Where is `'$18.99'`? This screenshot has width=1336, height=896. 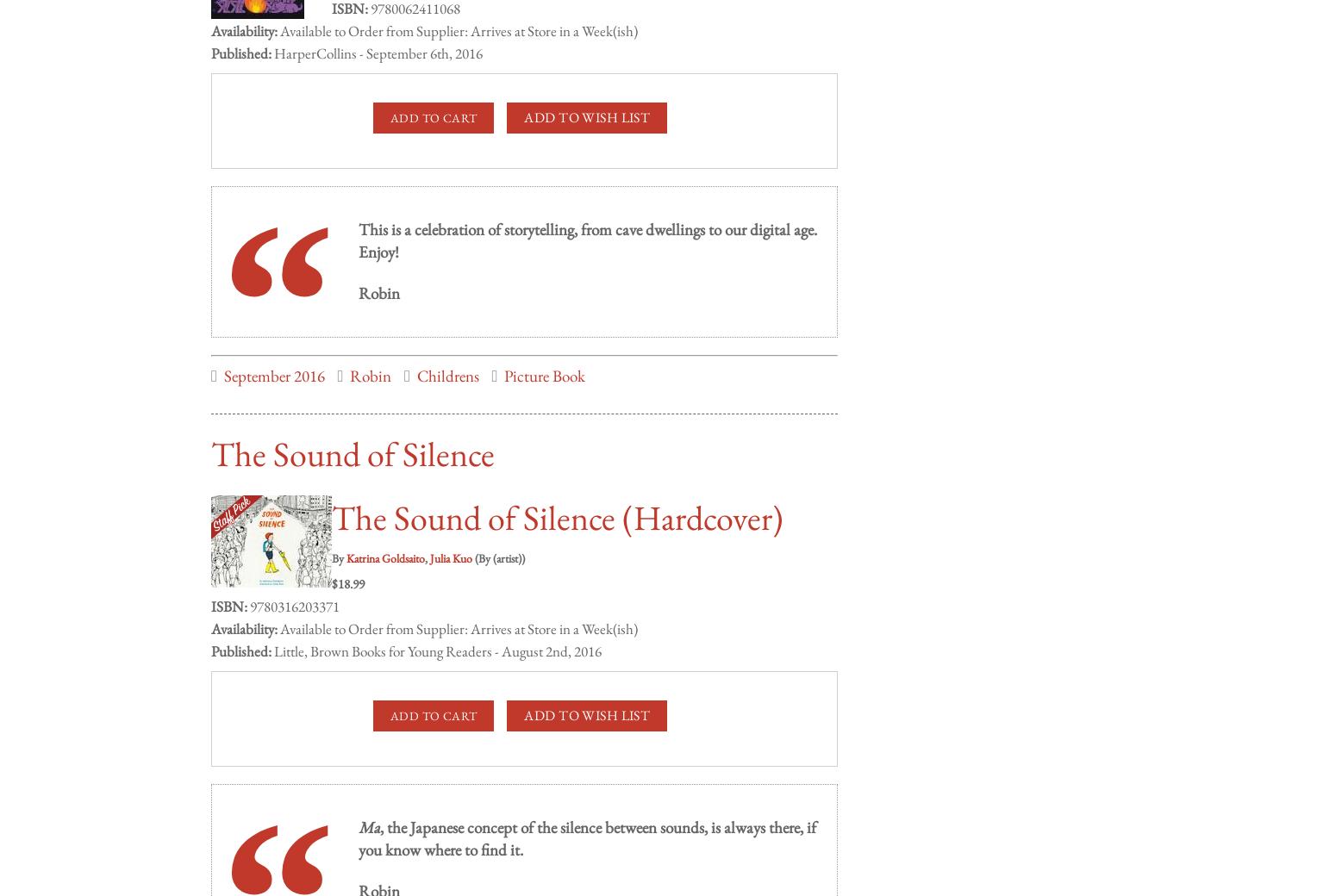 '$18.99' is located at coordinates (347, 566).